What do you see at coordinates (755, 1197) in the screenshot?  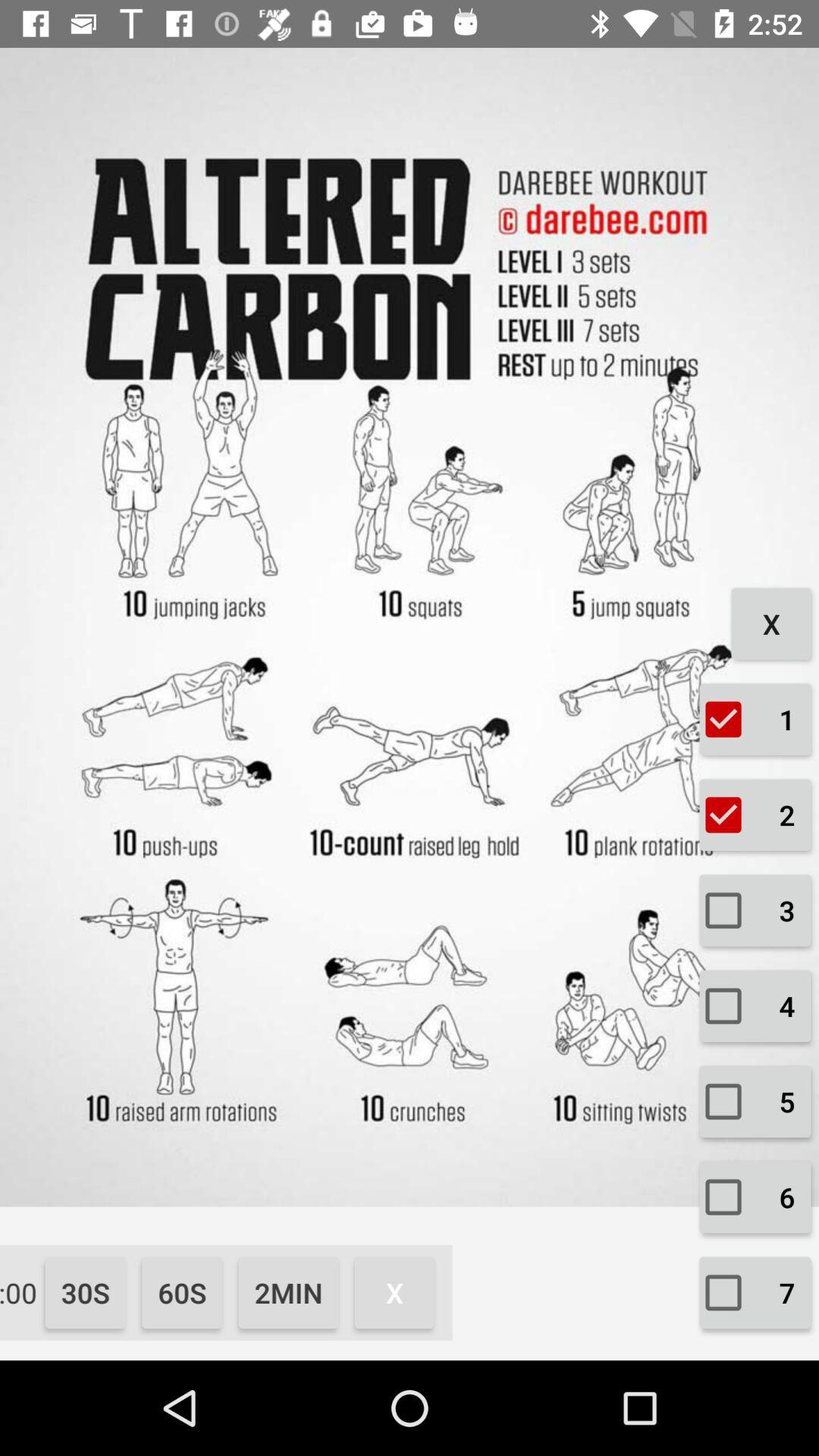 I see `the second button and text which is at the bottom right corner` at bounding box center [755, 1197].